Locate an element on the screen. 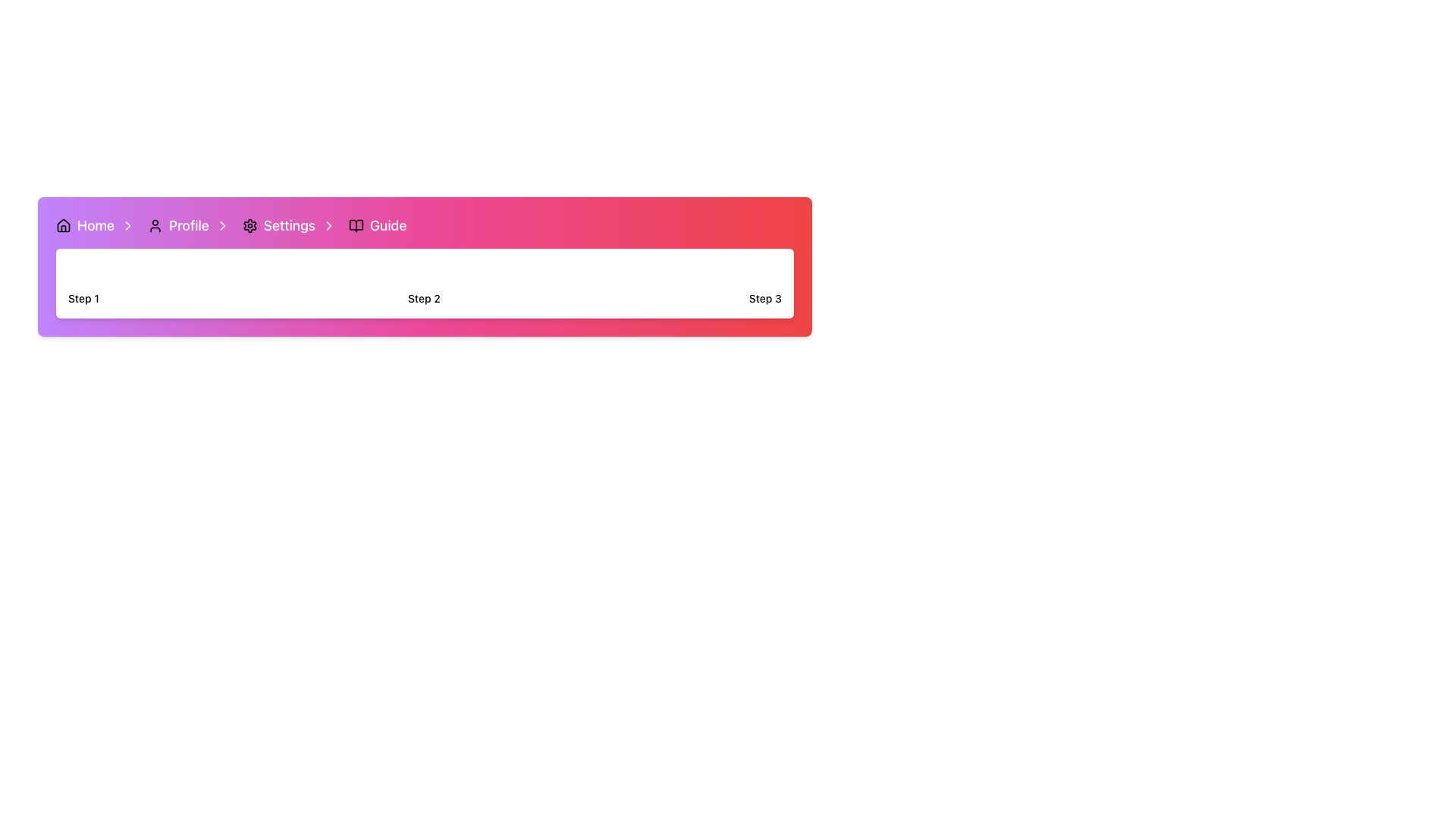  the Breadcrumb component located at the top of the widget is located at coordinates (425, 225).